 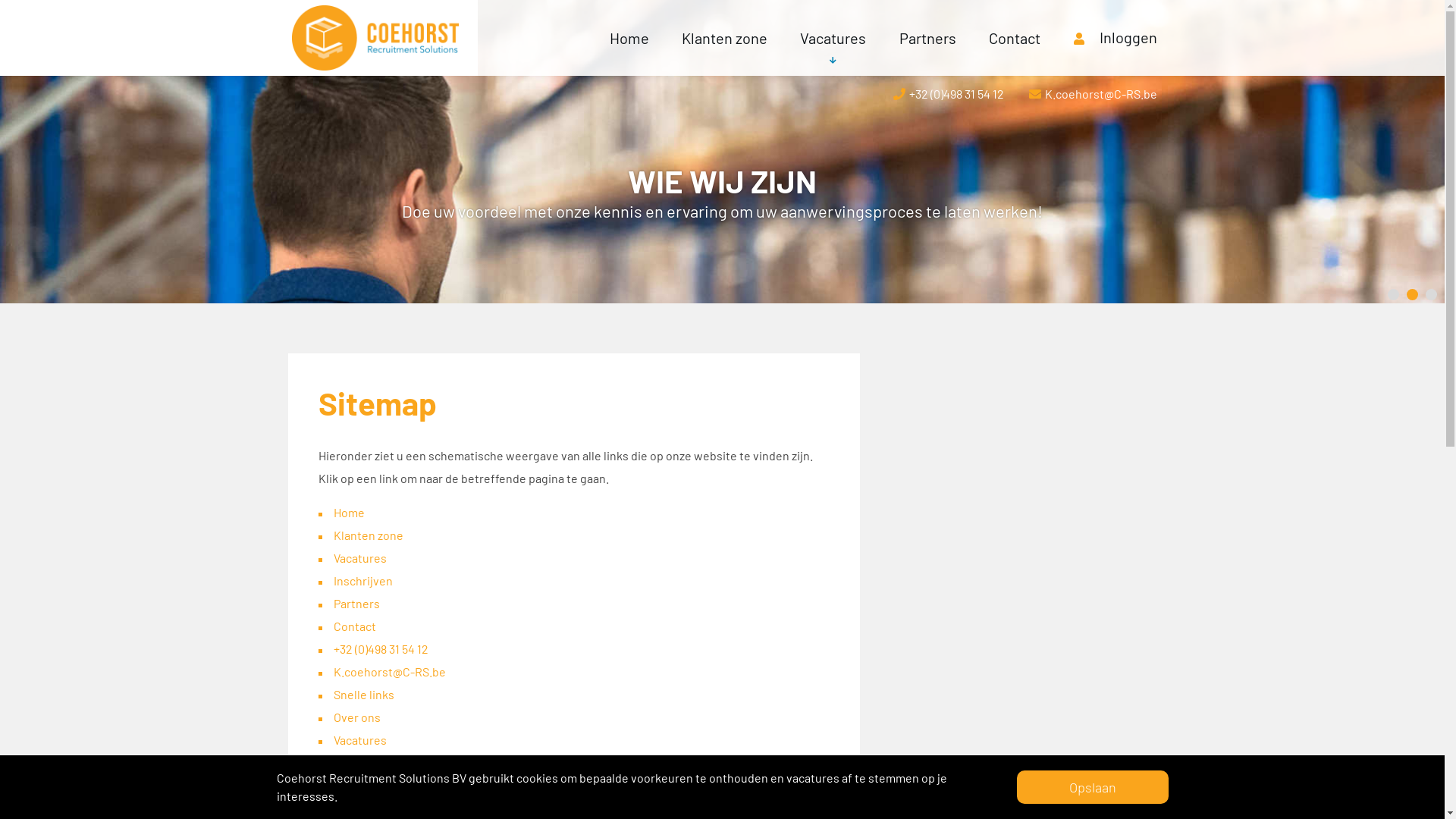 What do you see at coordinates (348, 512) in the screenshot?
I see `'Home'` at bounding box center [348, 512].